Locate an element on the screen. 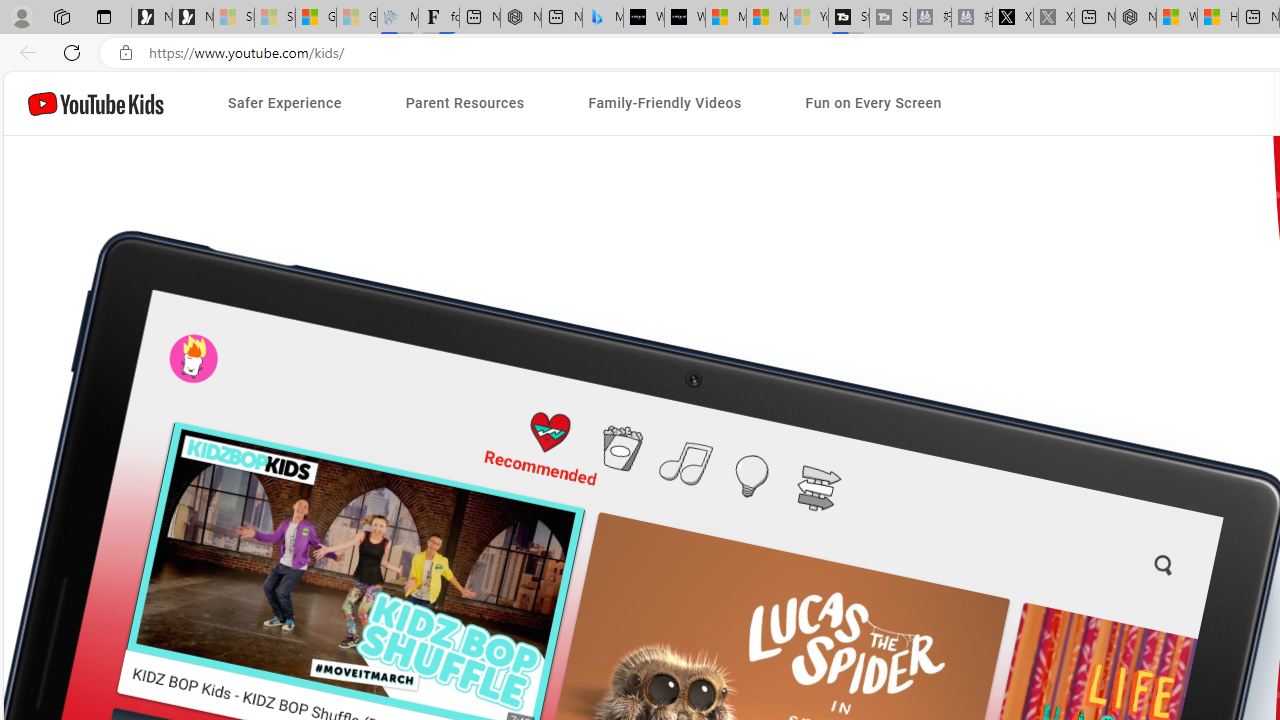  'Microsoft Bing Travel - Shangri-La Hotel Bangkok' is located at coordinates (601, 17).